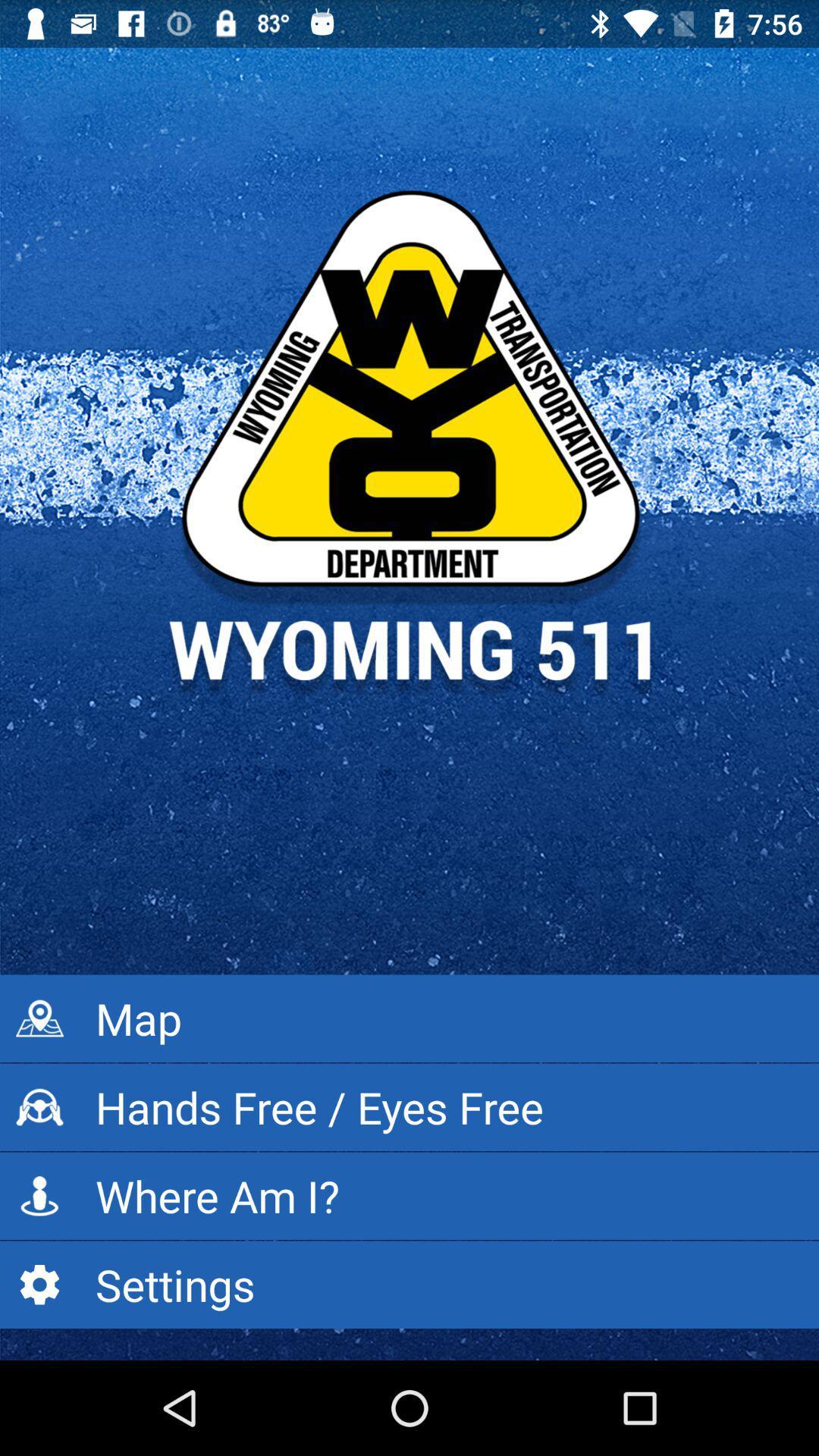 This screenshot has width=819, height=1456. I want to click on settings icon, so click(409, 1284).